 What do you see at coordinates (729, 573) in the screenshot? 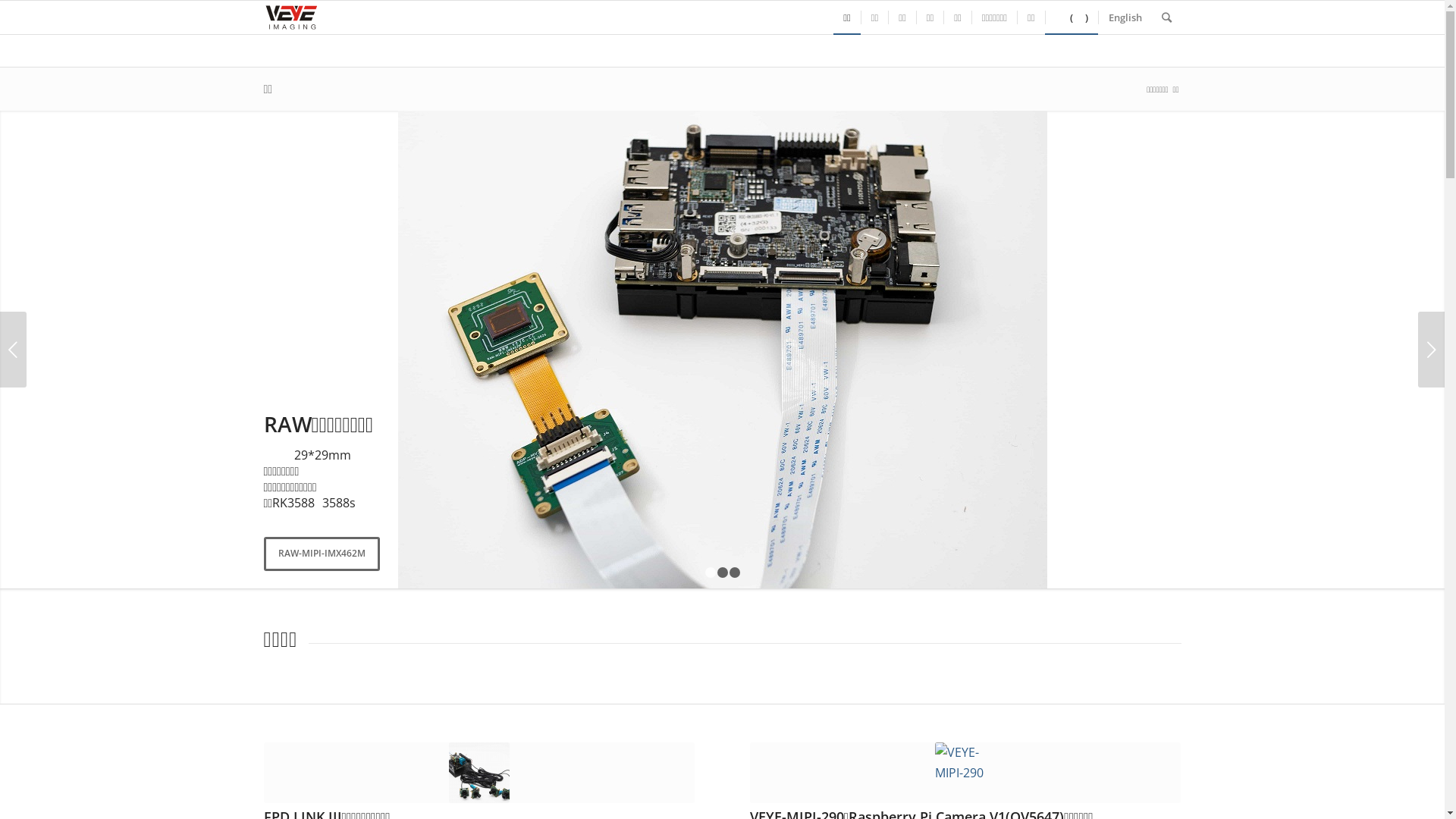
I see `'3'` at bounding box center [729, 573].